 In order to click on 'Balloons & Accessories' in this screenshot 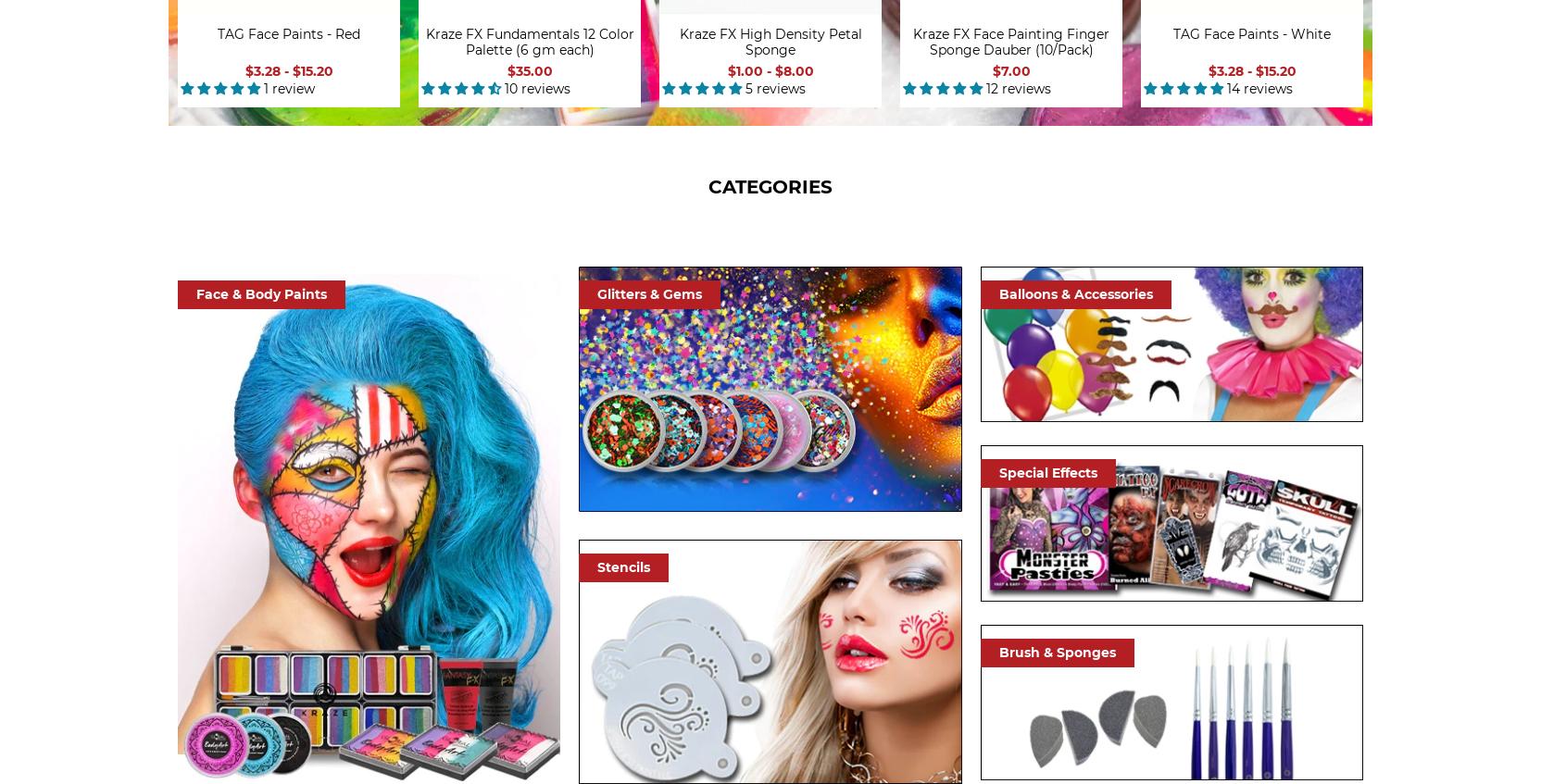, I will do `click(1073, 293)`.